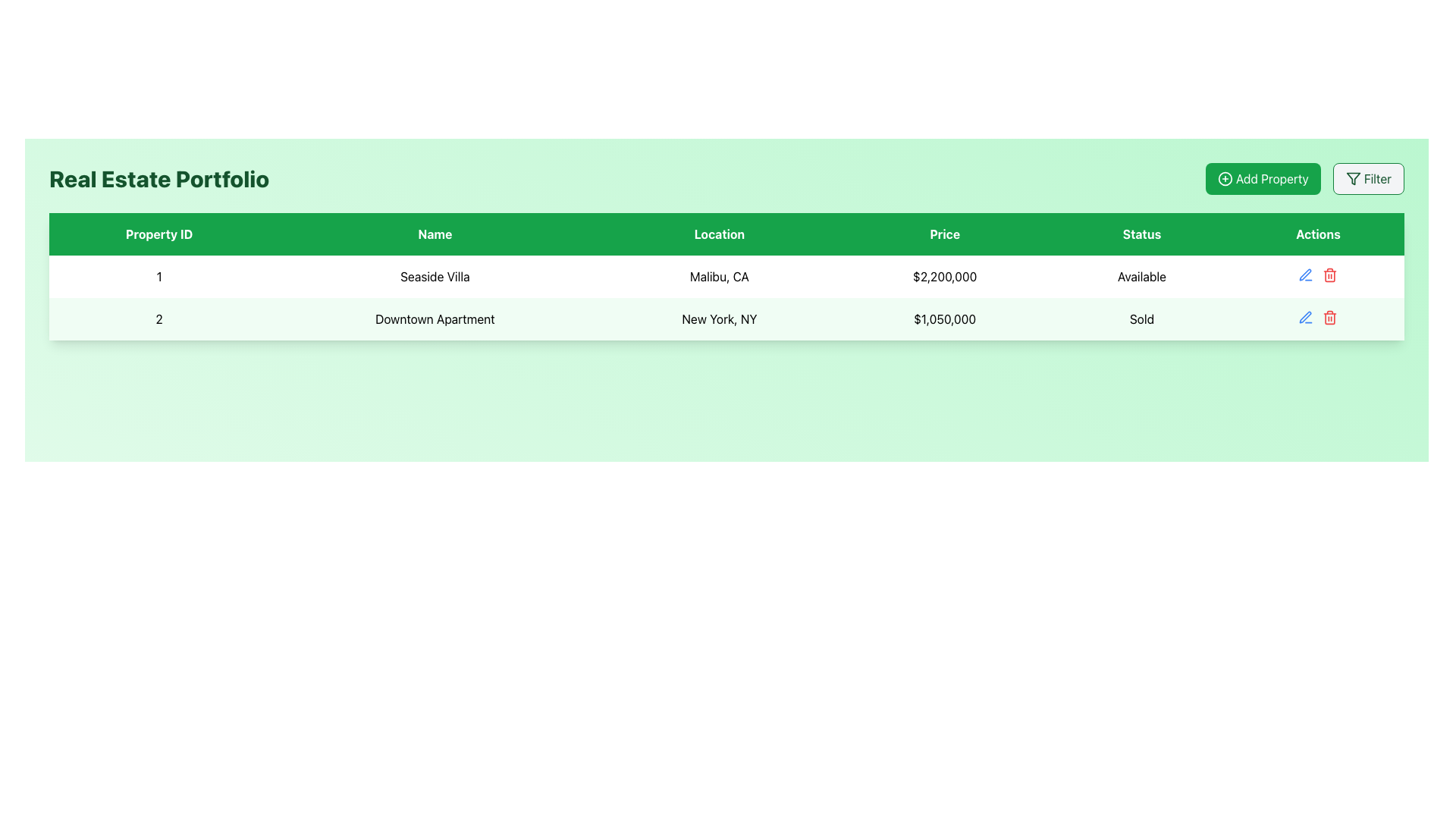 The image size is (1456, 819). I want to click on the edit icon in the 'Actions' column of the second row for the property 'Seaside Villa', so click(1305, 316).